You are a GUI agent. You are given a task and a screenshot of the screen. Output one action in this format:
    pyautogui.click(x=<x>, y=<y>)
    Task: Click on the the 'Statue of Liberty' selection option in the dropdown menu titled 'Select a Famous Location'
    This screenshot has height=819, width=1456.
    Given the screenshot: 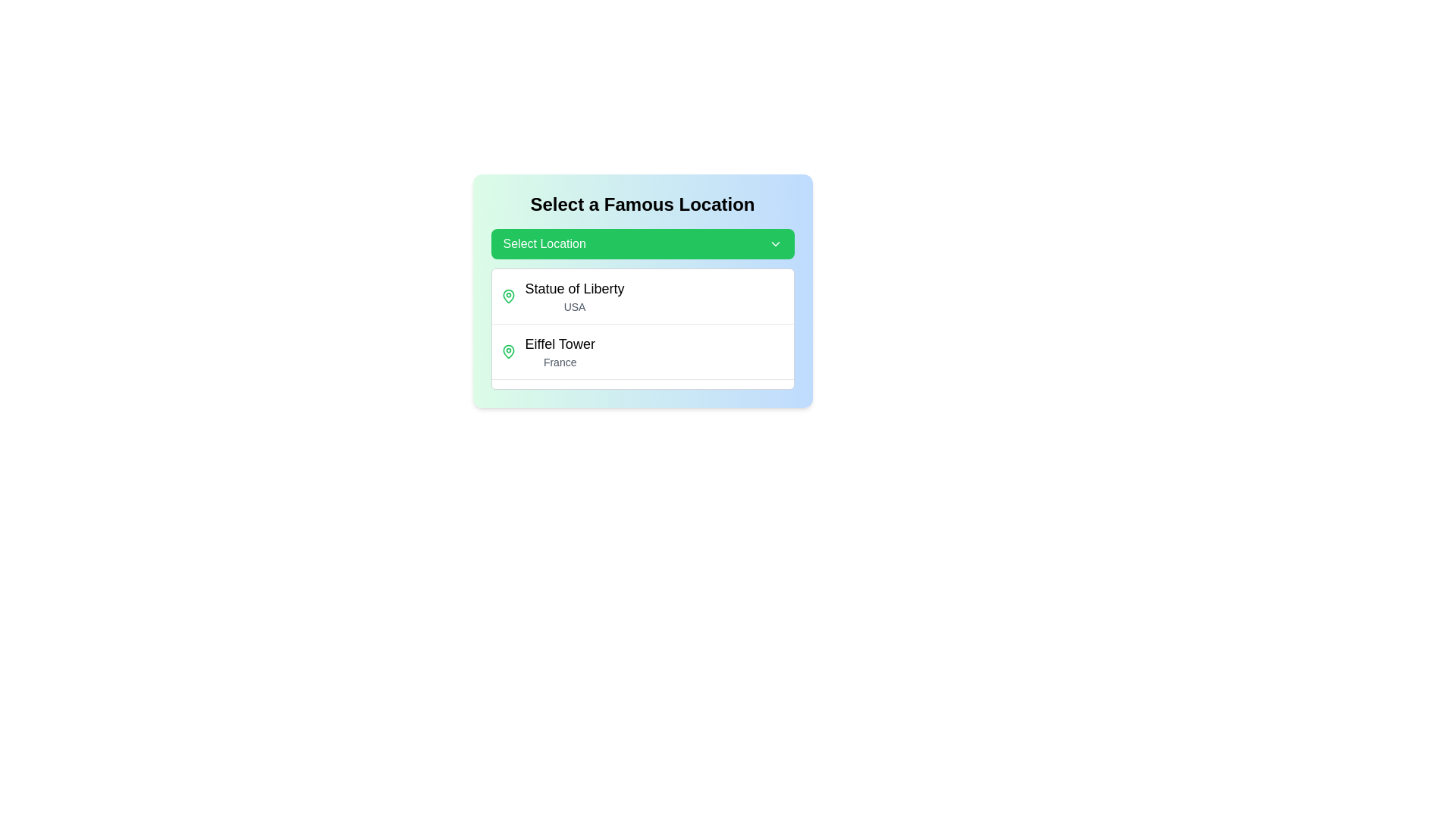 What is the action you would take?
    pyautogui.click(x=562, y=296)
    